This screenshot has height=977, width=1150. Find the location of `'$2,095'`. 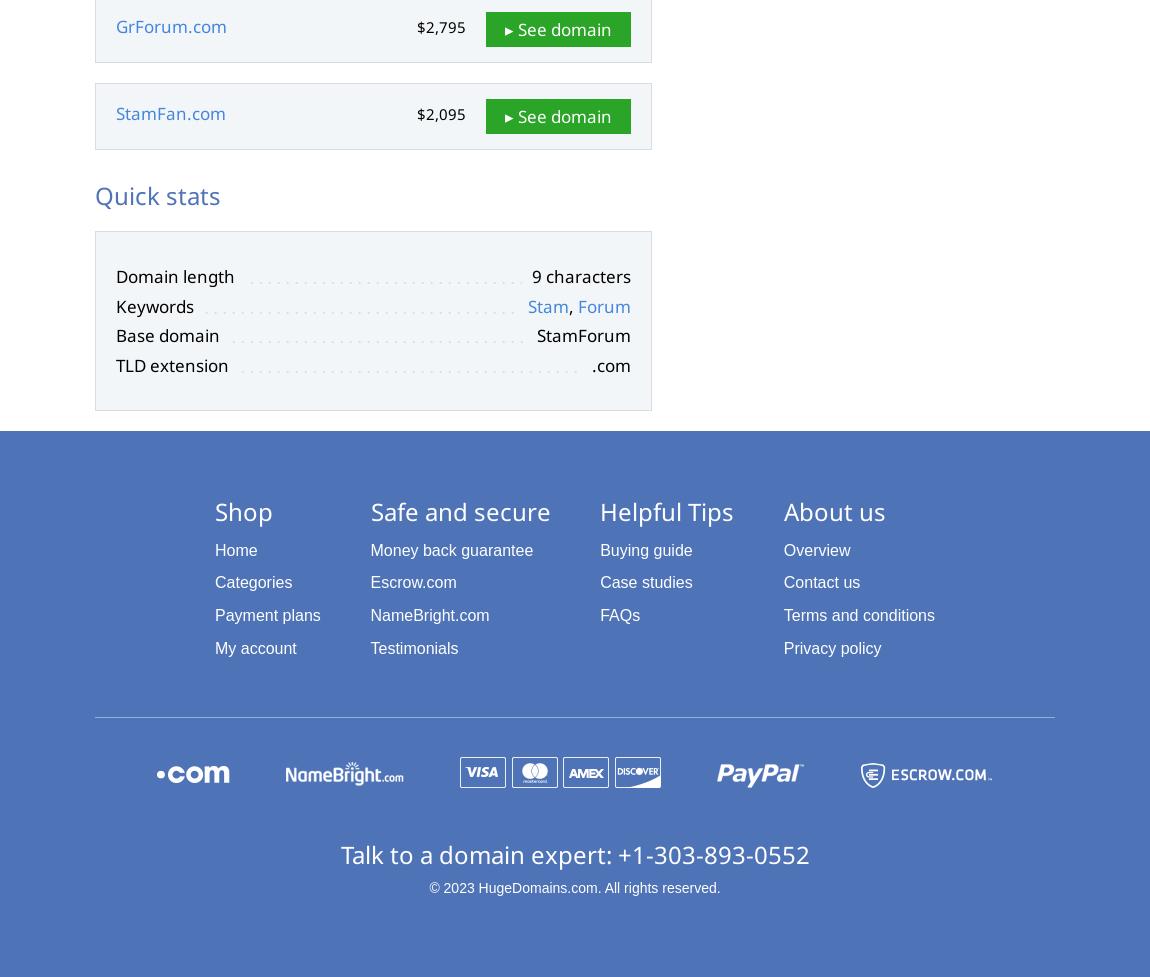

'$2,095' is located at coordinates (441, 114).